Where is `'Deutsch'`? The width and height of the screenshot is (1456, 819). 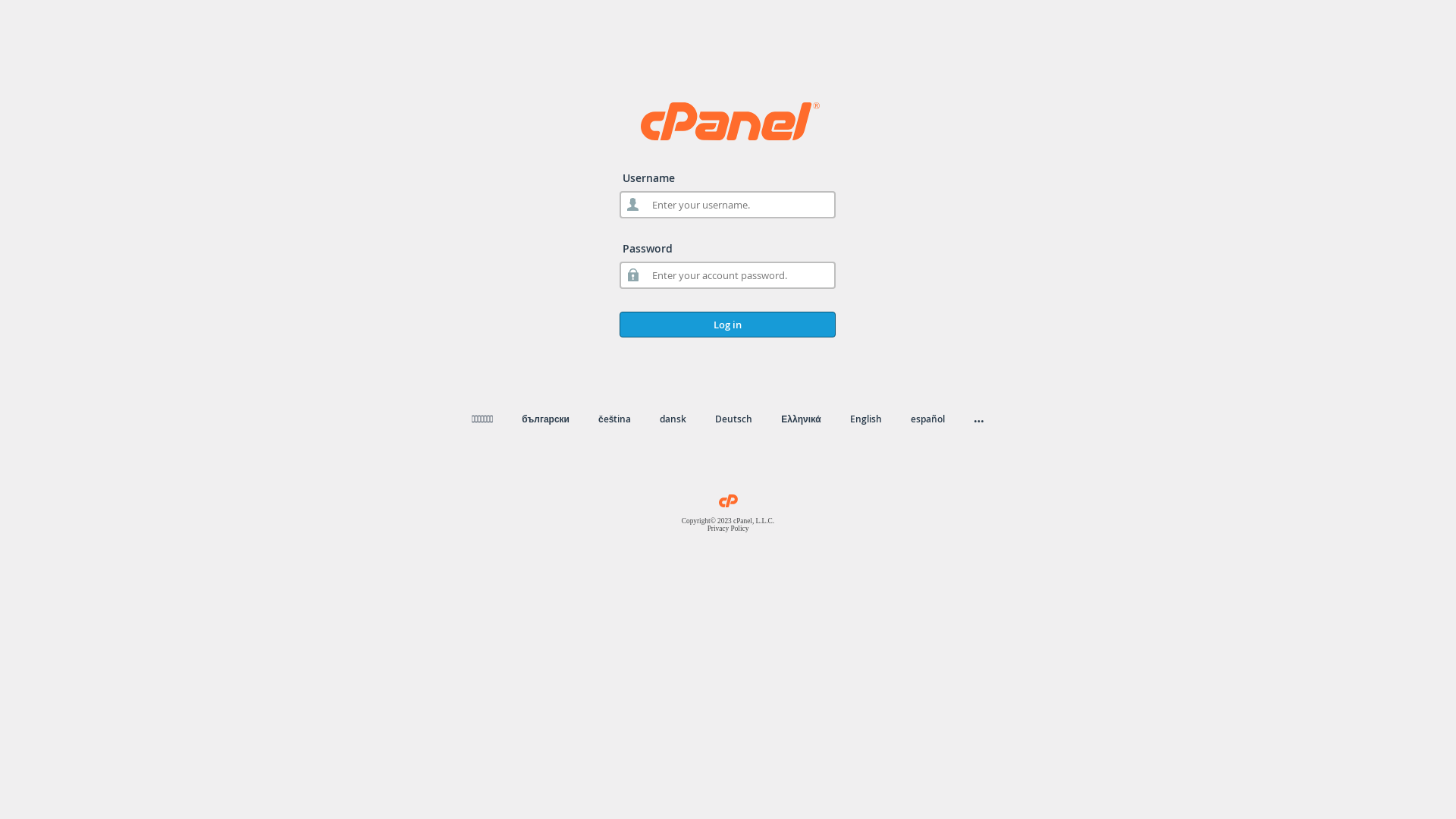 'Deutsch' is located at coordinates (733, 419).